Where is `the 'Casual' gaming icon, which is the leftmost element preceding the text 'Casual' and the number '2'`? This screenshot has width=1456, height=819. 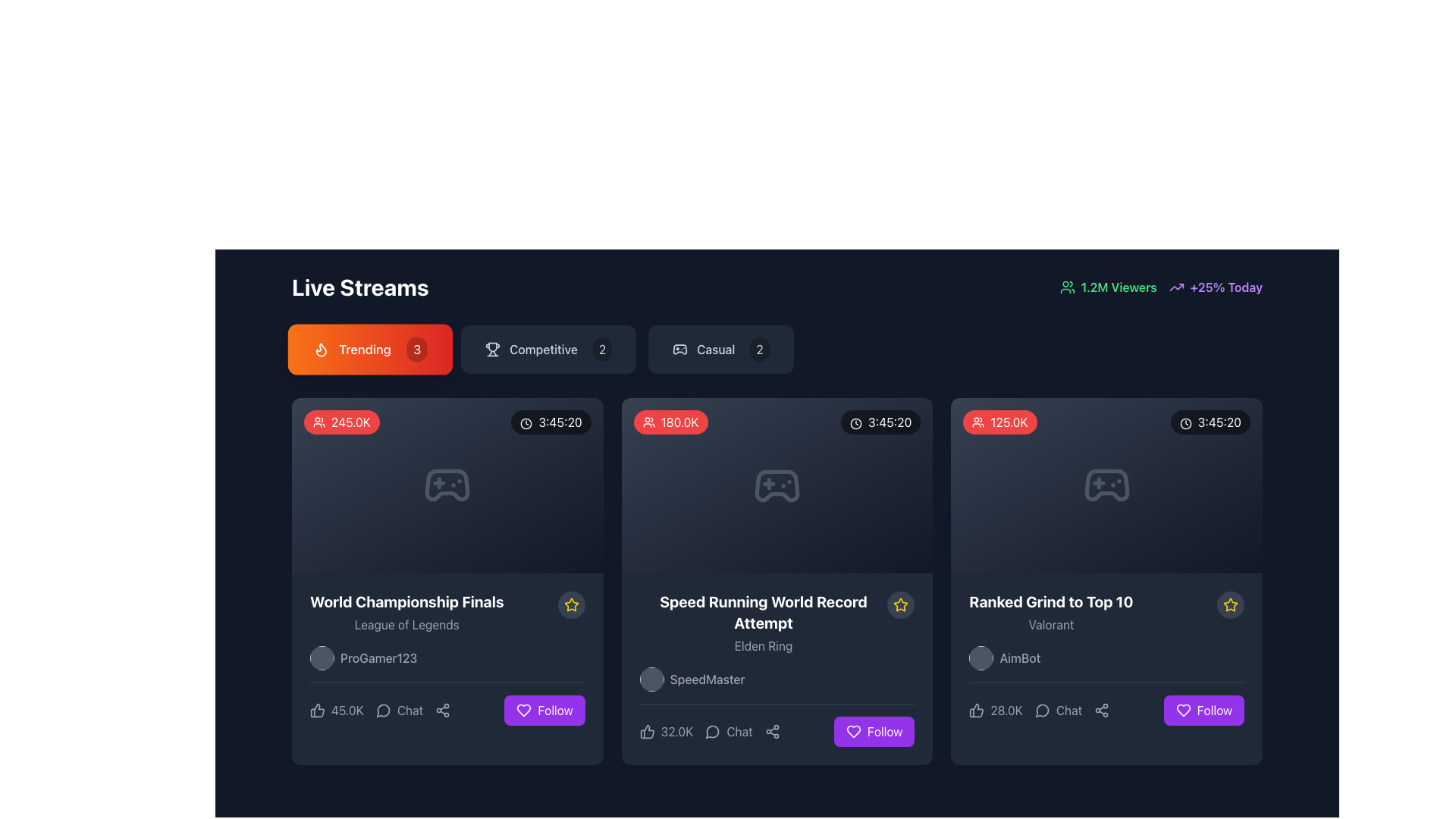
the 'Casual' gaming icon, which is the leftmost element preceding the text 'Casual' and the number '2' is located at coordinates (679, 350).